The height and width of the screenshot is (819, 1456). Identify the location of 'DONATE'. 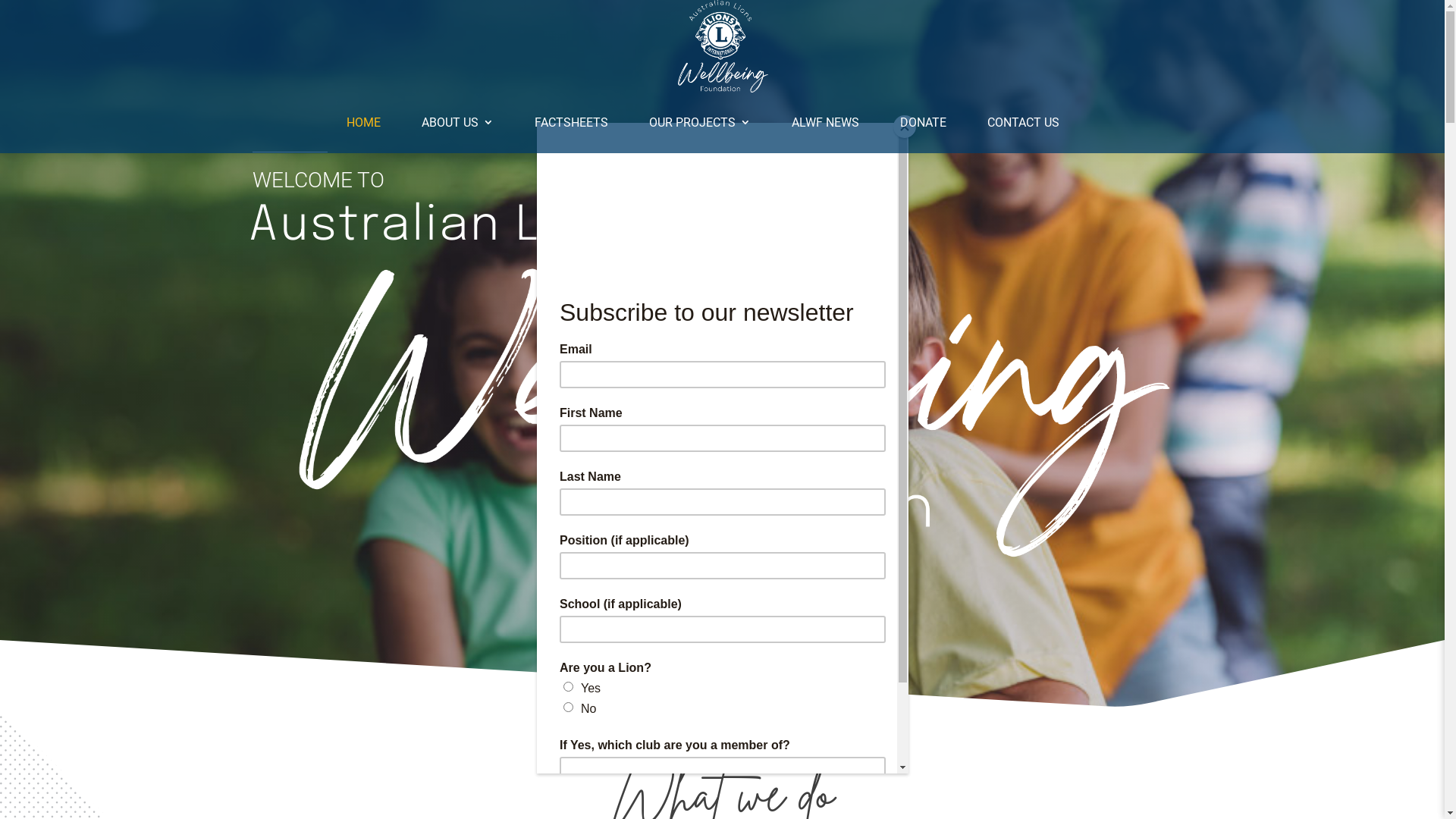
(921, 122).